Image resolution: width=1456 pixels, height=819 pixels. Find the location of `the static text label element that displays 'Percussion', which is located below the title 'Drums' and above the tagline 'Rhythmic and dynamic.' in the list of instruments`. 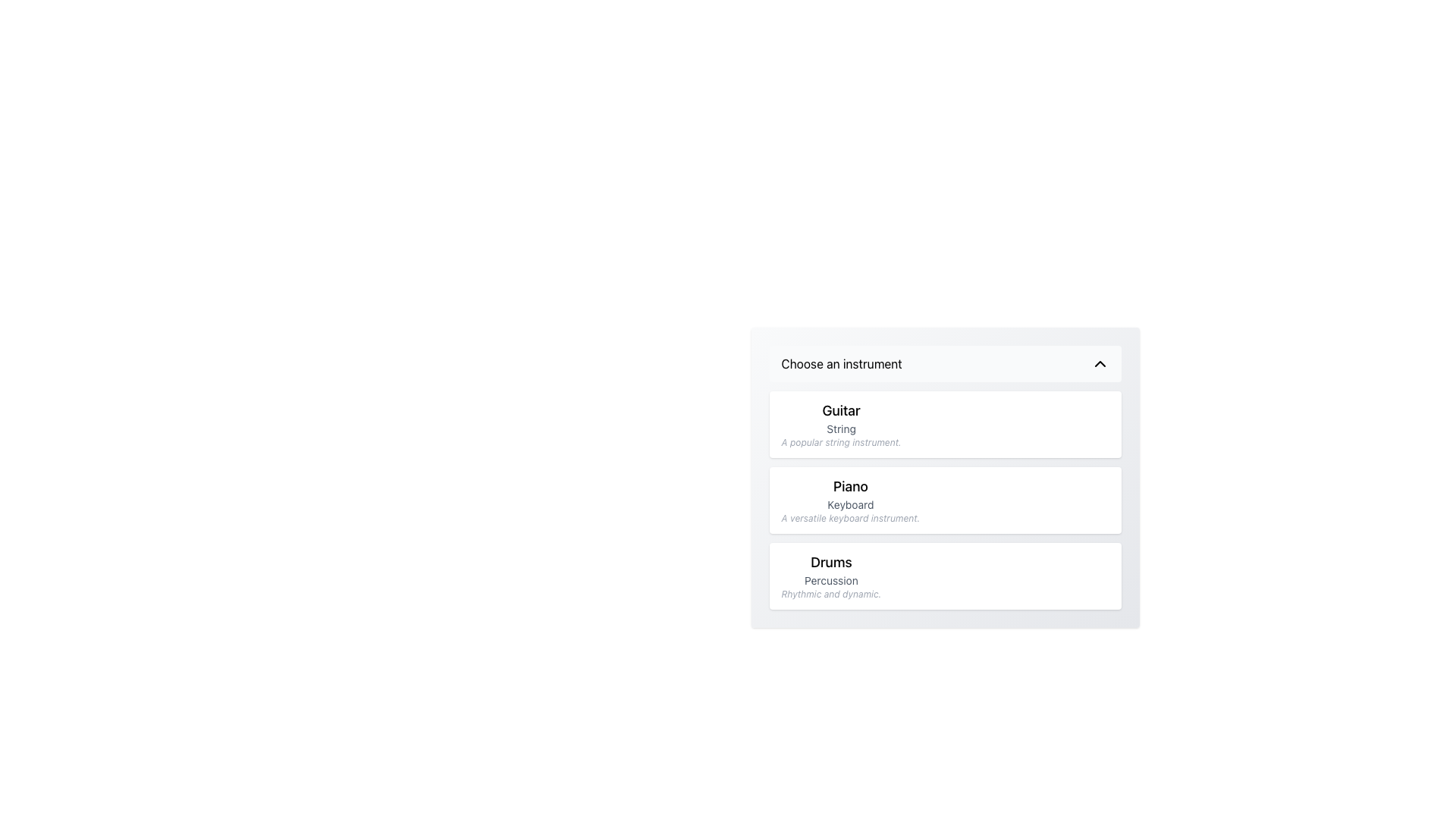

the static text label element that displays 'Percussion', which is located below the title 'Drums' and above the tagline 'Rhythmic and dynamic.' in the list of instruments is located at coordinates (830, 580).